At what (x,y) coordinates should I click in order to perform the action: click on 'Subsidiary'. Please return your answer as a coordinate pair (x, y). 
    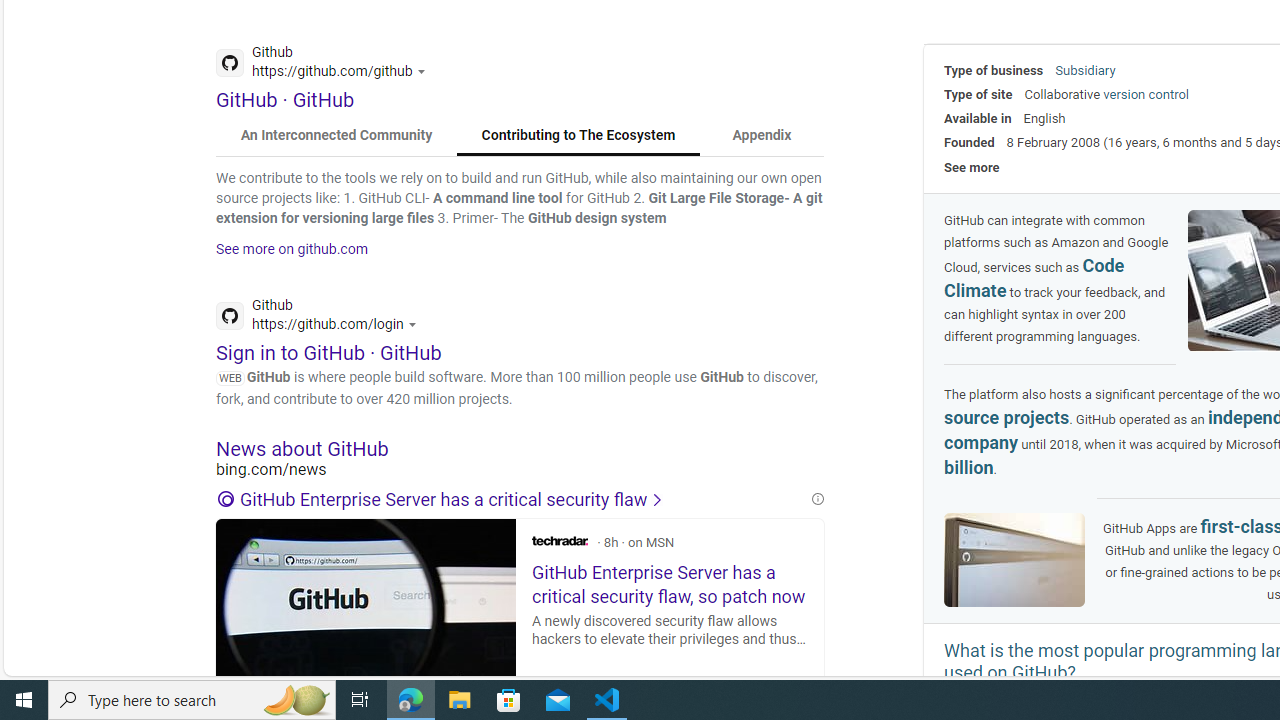
    Looking at the image, I should click on (1084, 69).